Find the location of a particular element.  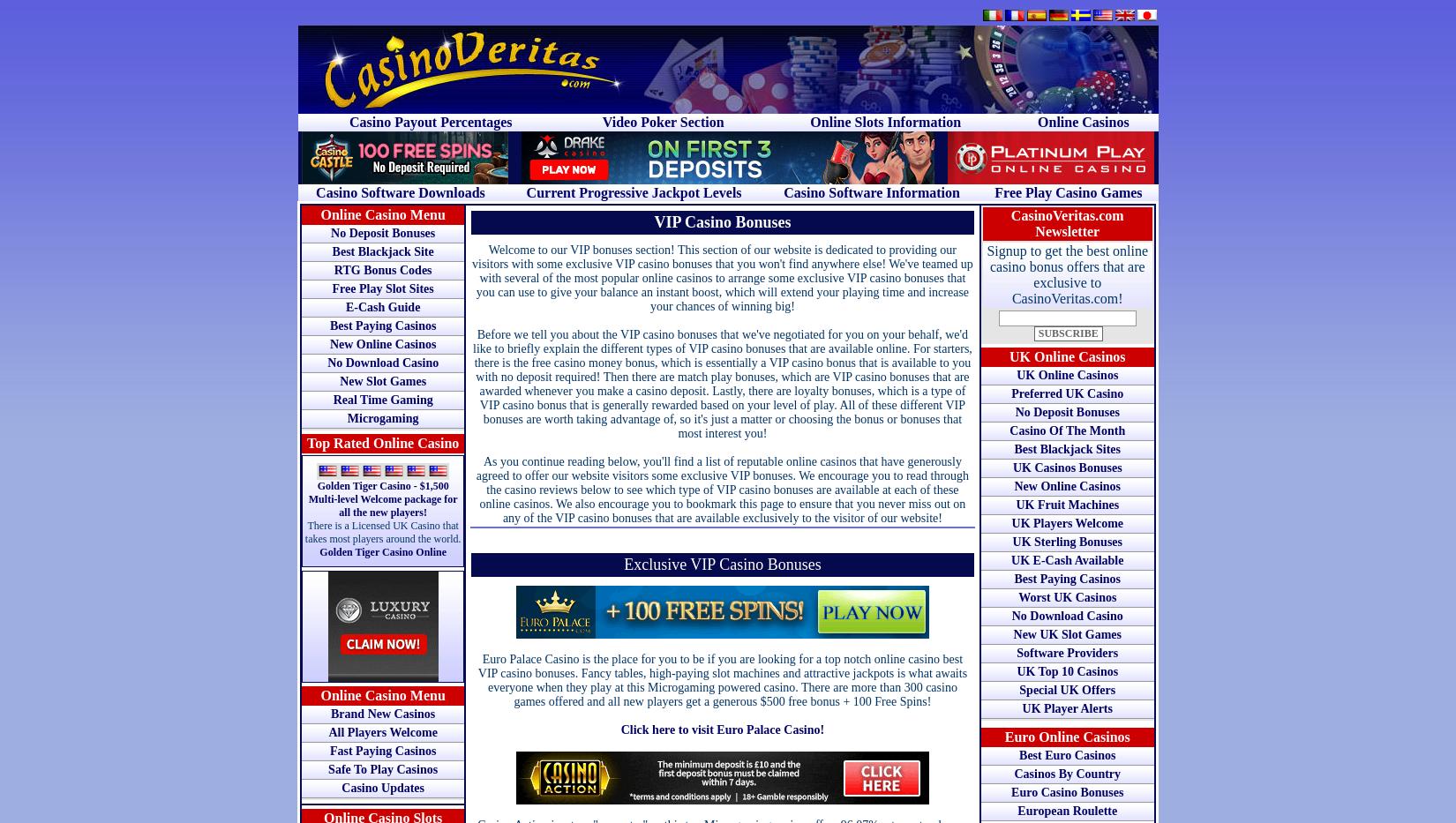

'No
          Download Casino' is located at coordinates (326, 363).